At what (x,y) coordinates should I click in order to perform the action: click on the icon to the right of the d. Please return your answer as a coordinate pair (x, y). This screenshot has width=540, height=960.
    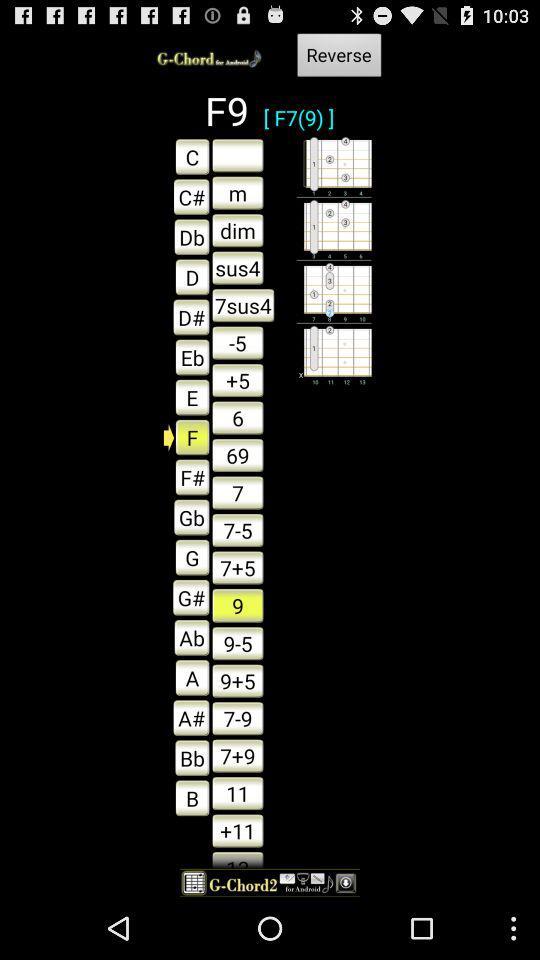
    Looking at the image, I should click on (243, 305).